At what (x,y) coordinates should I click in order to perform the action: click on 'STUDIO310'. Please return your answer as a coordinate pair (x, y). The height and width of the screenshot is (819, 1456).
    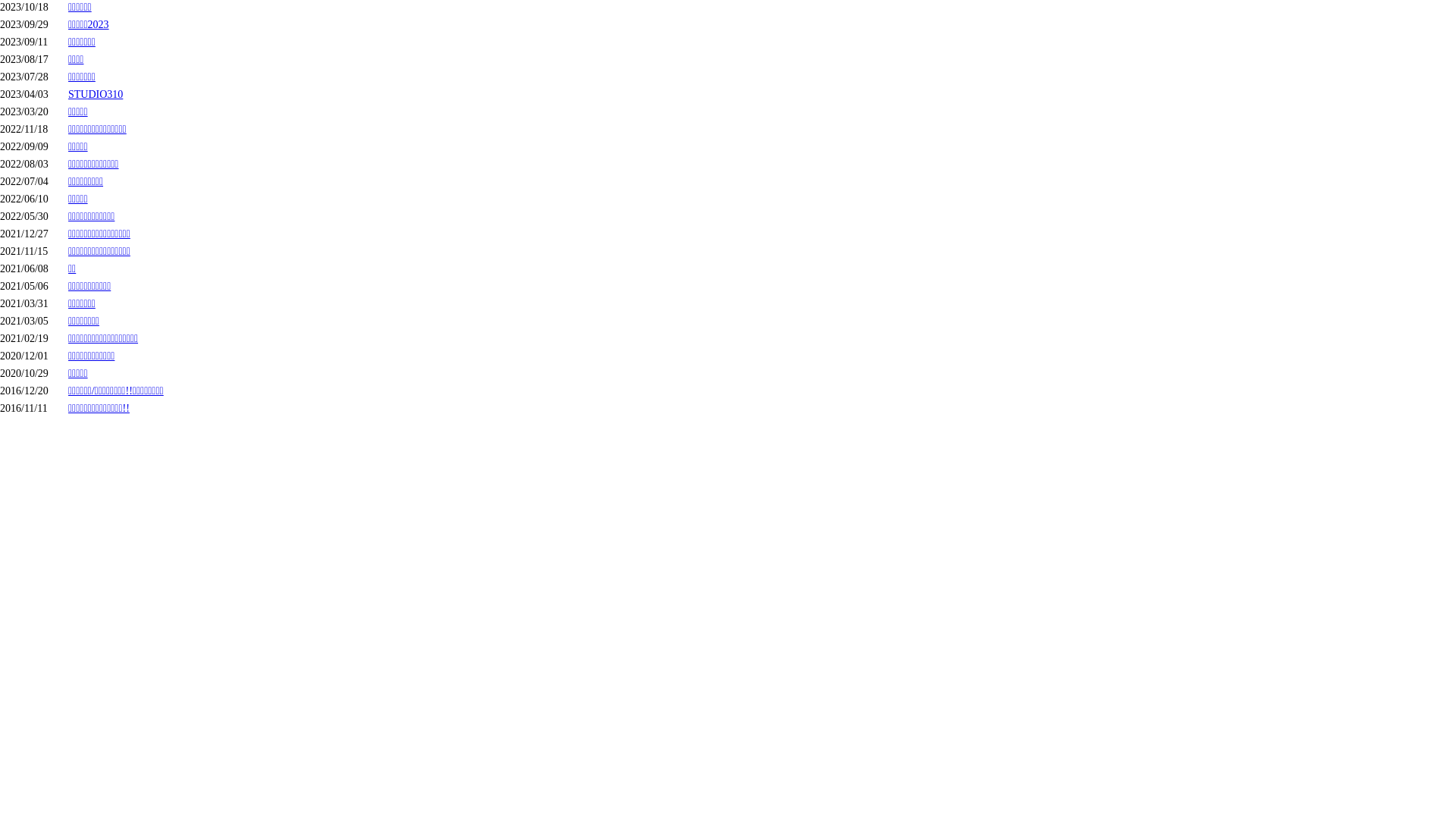
    Looking at the image, I should click on (94, 94).